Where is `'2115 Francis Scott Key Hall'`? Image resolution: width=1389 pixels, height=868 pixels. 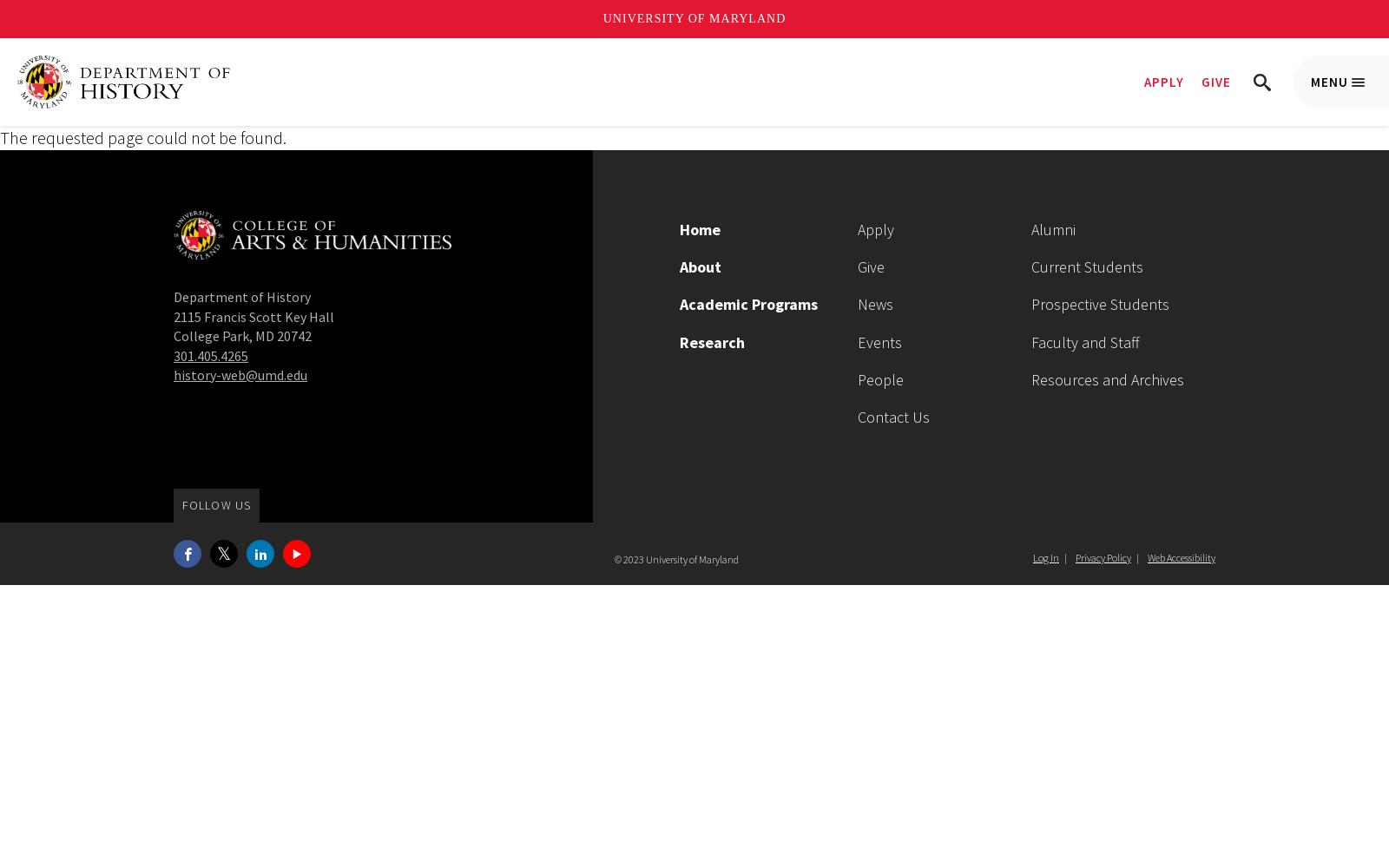
'2115 Francis Scott Key Hall' is located at coordinates (253, 315).